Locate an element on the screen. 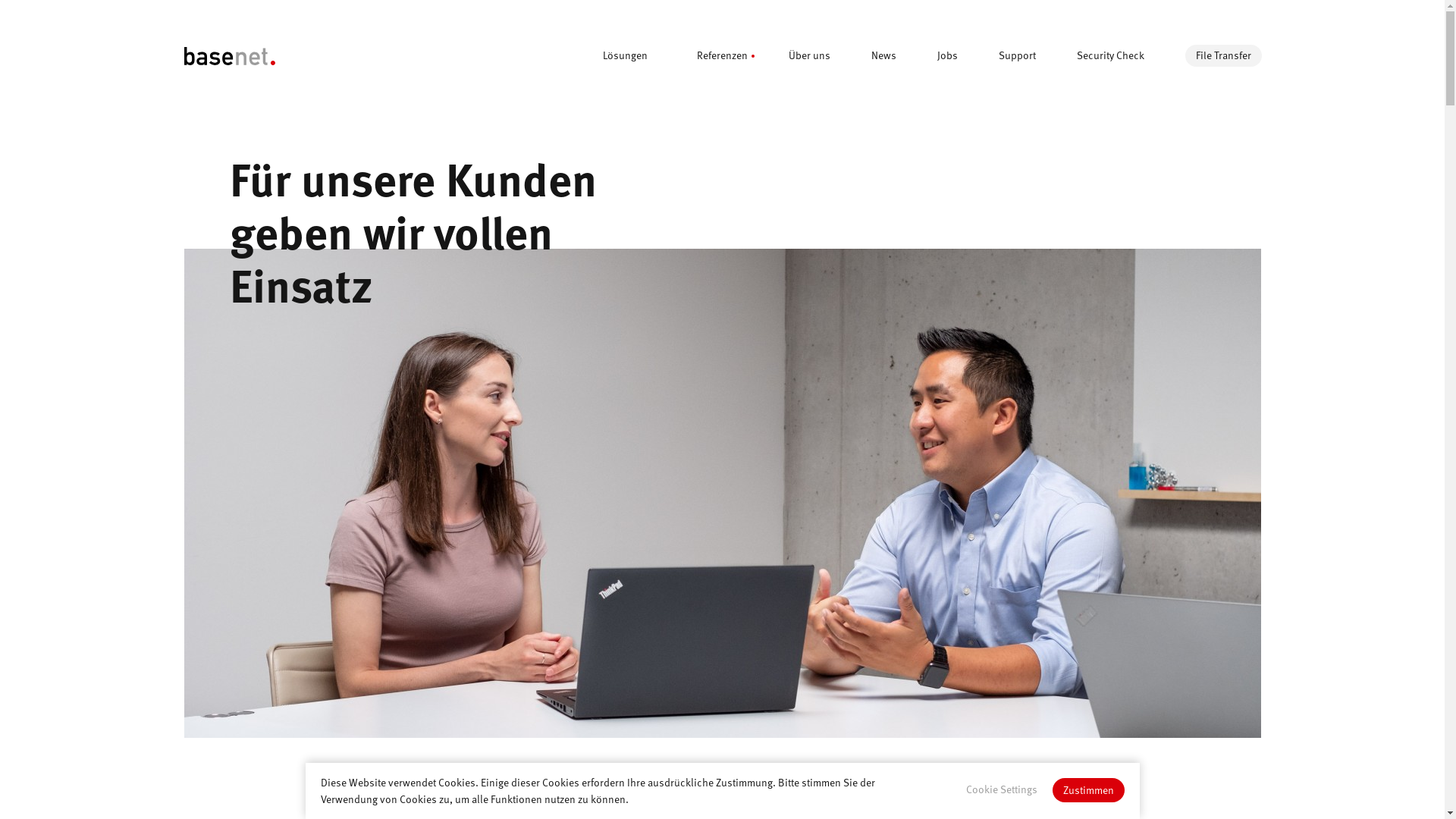  'File Transfer' is located at coordinates (1222, 55).